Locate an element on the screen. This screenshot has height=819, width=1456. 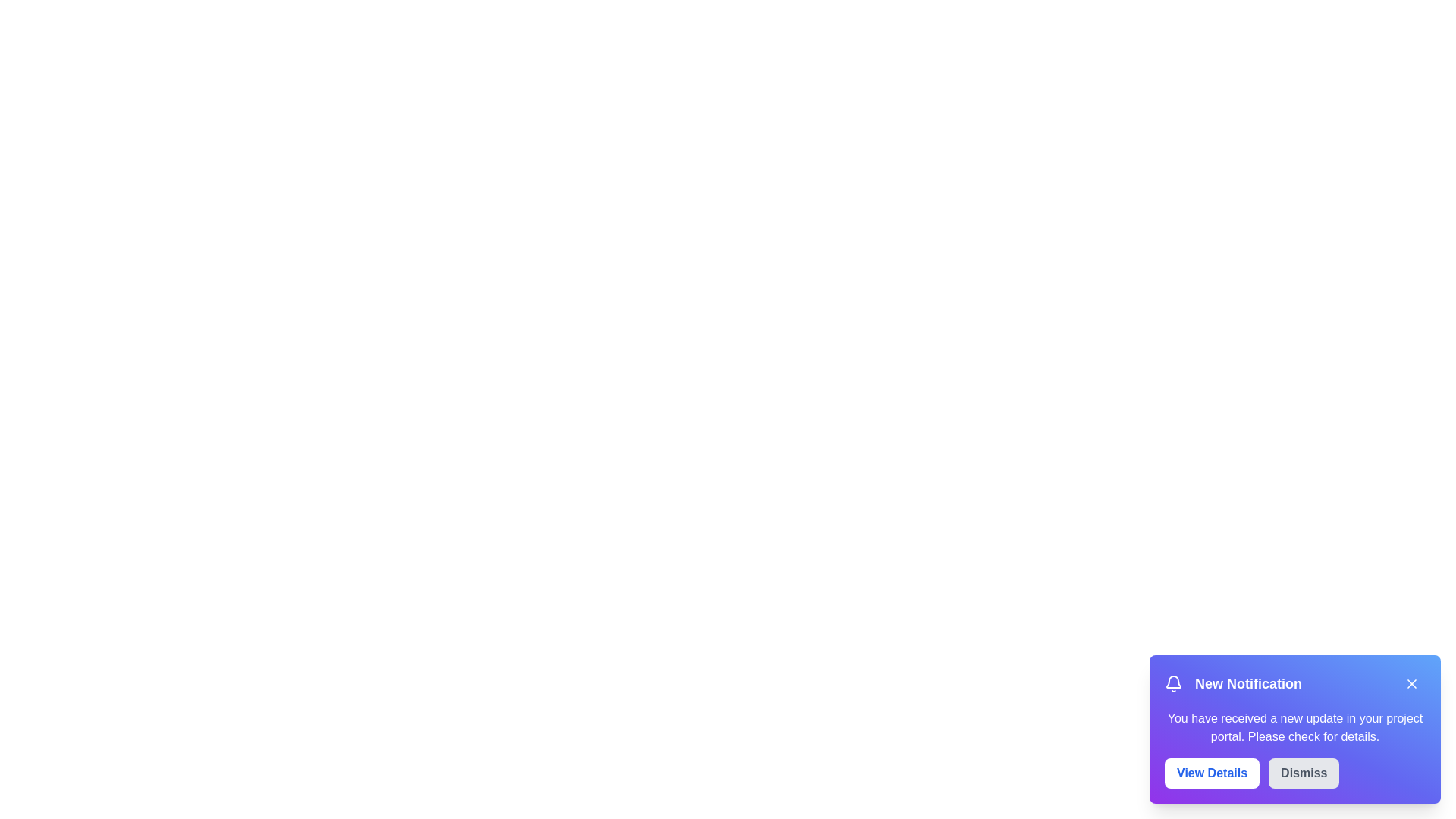
the notification icon to interact with it is located at coordinates (1173, 684).